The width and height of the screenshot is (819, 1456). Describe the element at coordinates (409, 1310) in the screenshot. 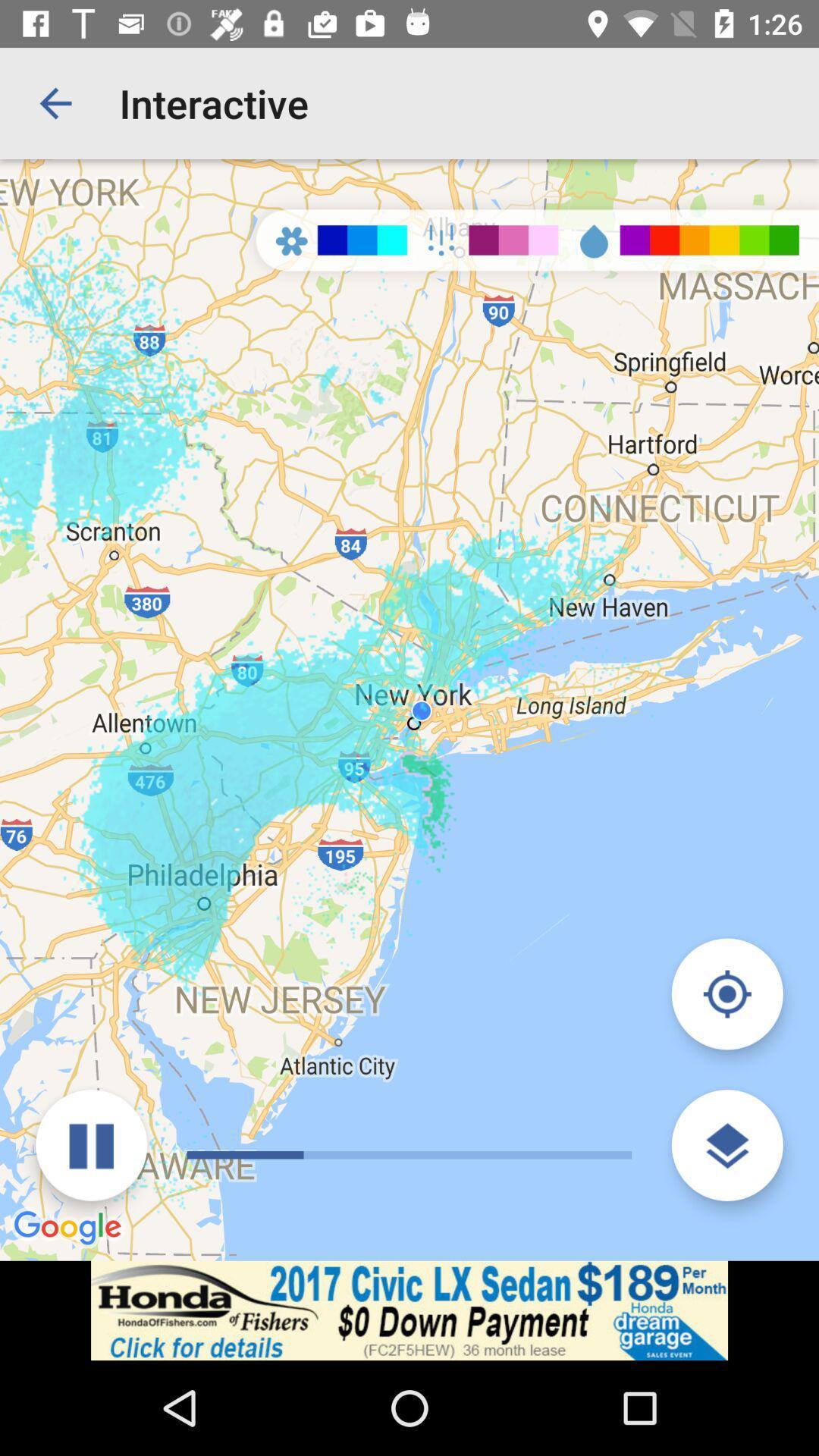

I see `advertisement area` at that location.